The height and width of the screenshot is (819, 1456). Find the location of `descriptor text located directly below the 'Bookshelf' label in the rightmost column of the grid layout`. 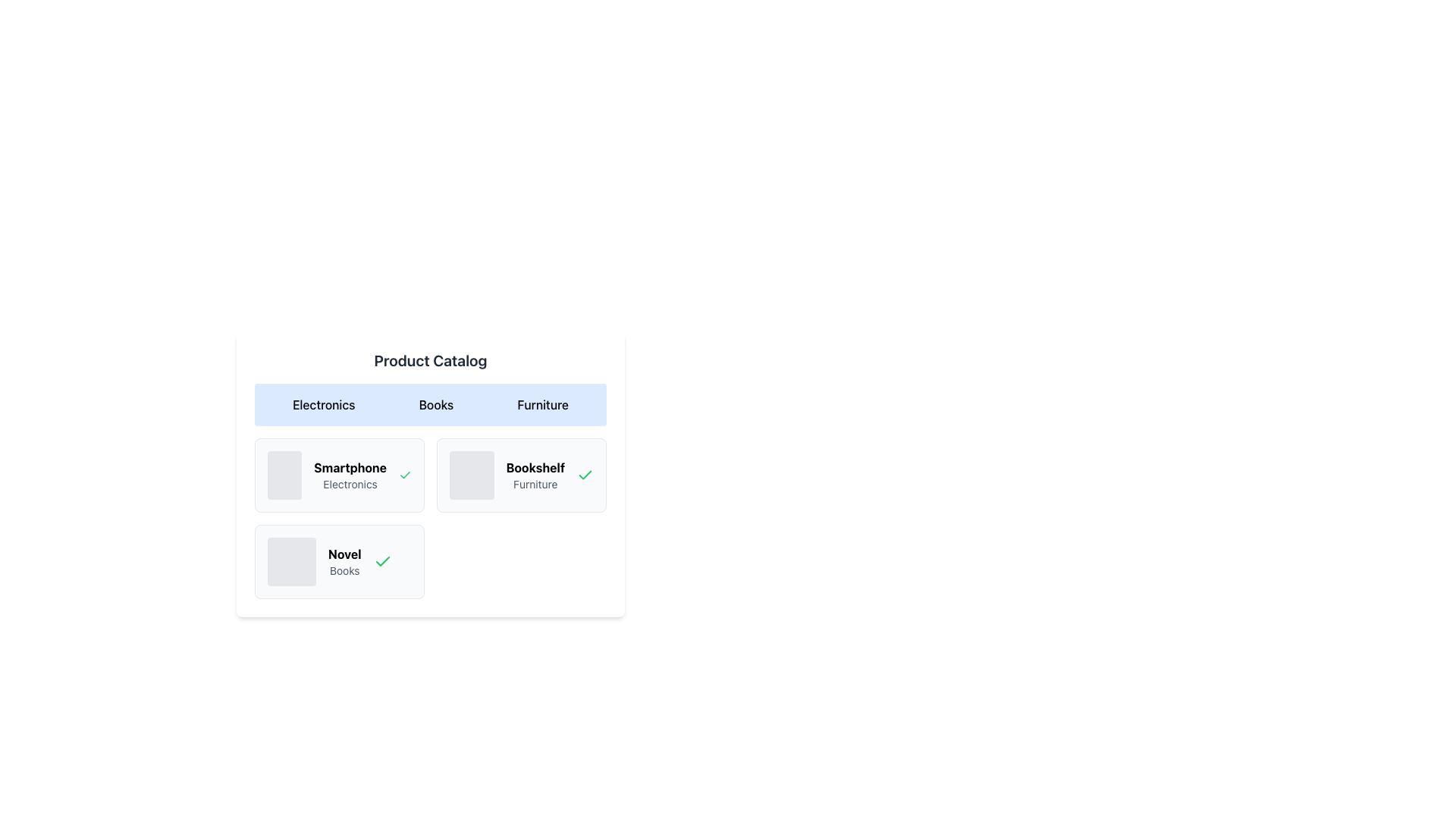

descriptor text located directly below the 'Bookshelf' label in the rightmost column of the grid layout is located at coordinates (535, 485).